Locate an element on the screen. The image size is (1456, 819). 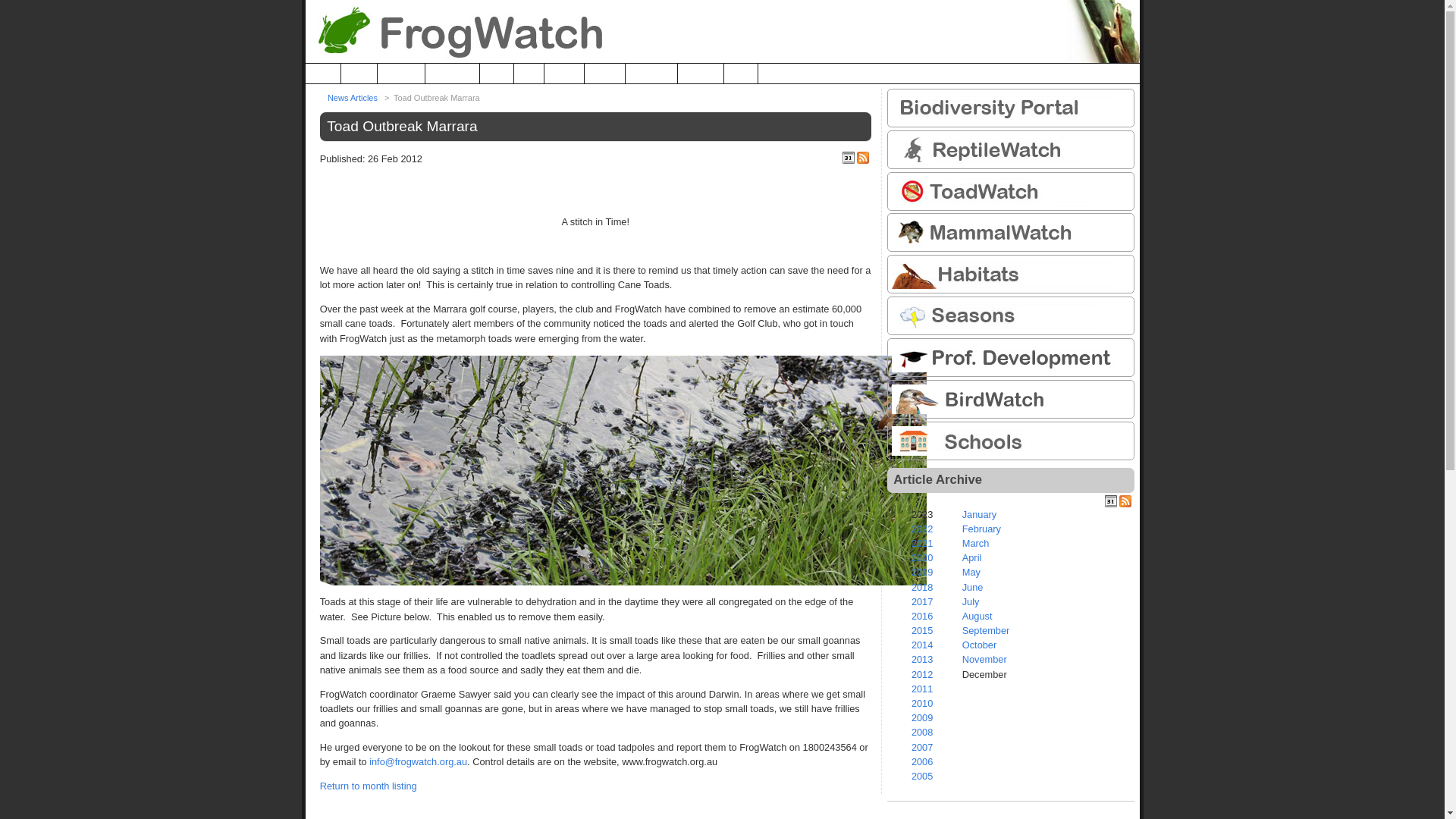
'January' is located at coordinates (961, 513).